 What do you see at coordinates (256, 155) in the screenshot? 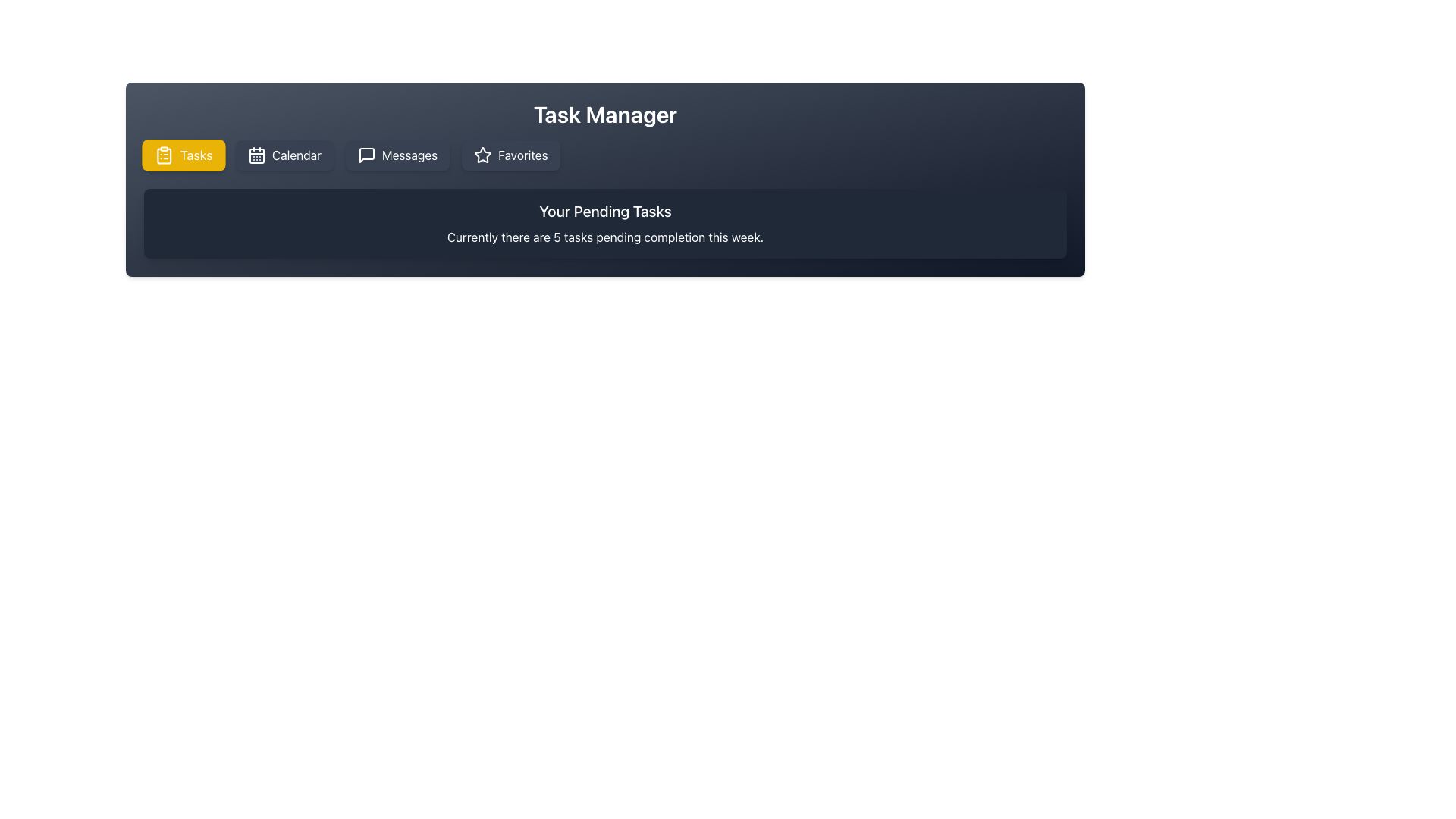
I see `the 'Calendar' icon in the navigation bar` at bounding box center [256, 155].